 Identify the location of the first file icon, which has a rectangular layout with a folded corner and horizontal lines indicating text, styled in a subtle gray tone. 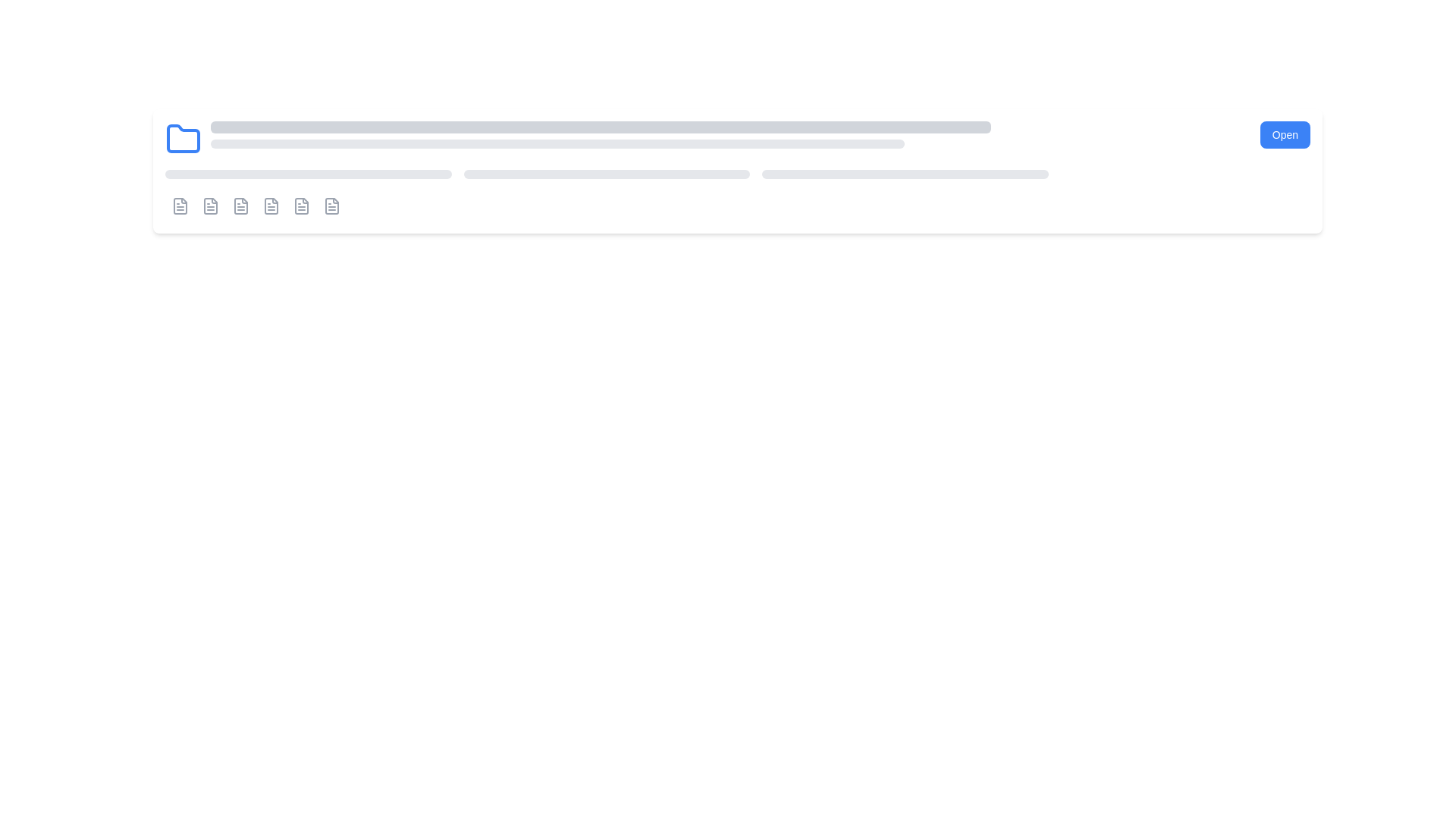
(331, 206).